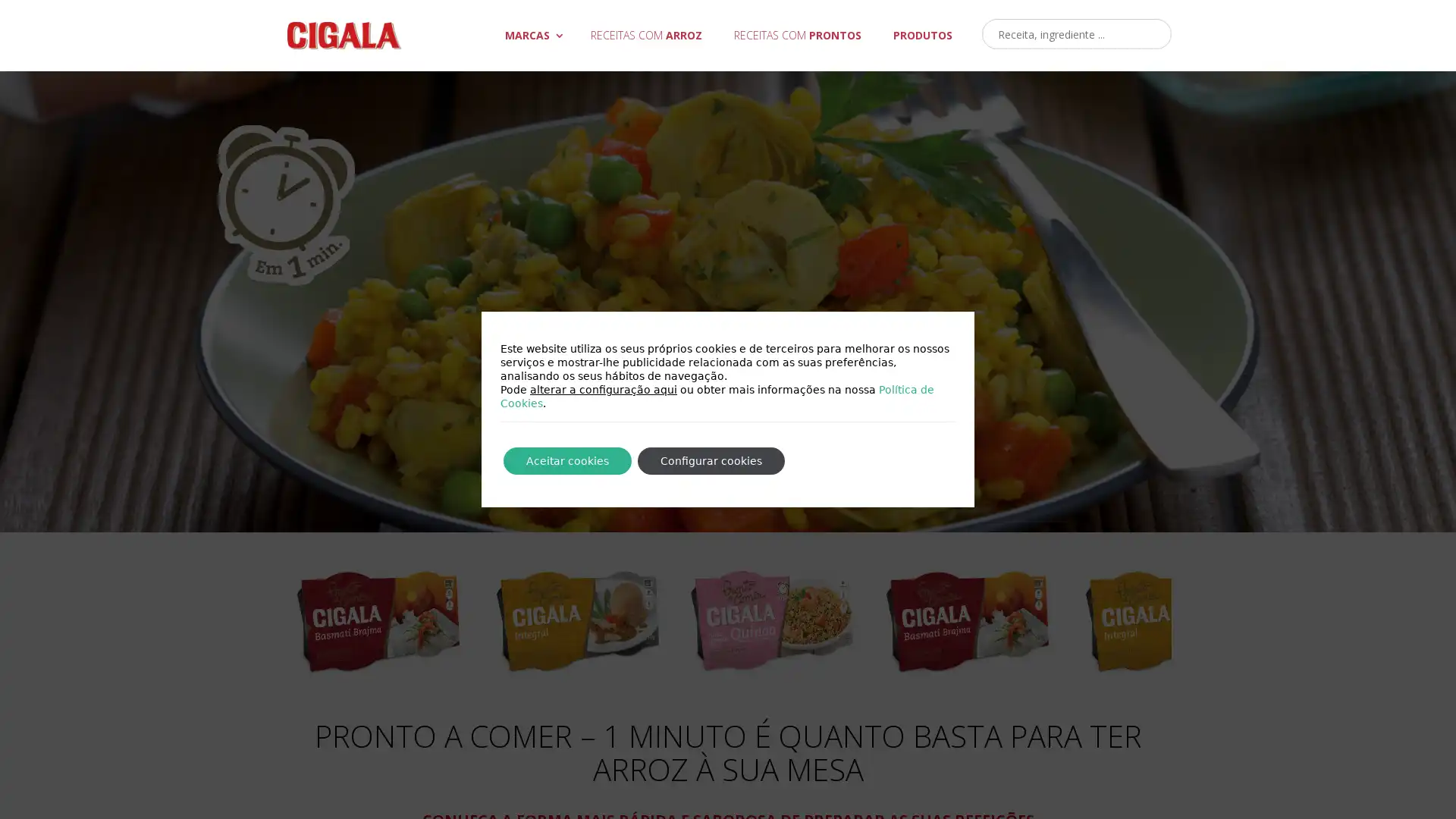  I want to click on Aceitar cookies, so click(566, 460).